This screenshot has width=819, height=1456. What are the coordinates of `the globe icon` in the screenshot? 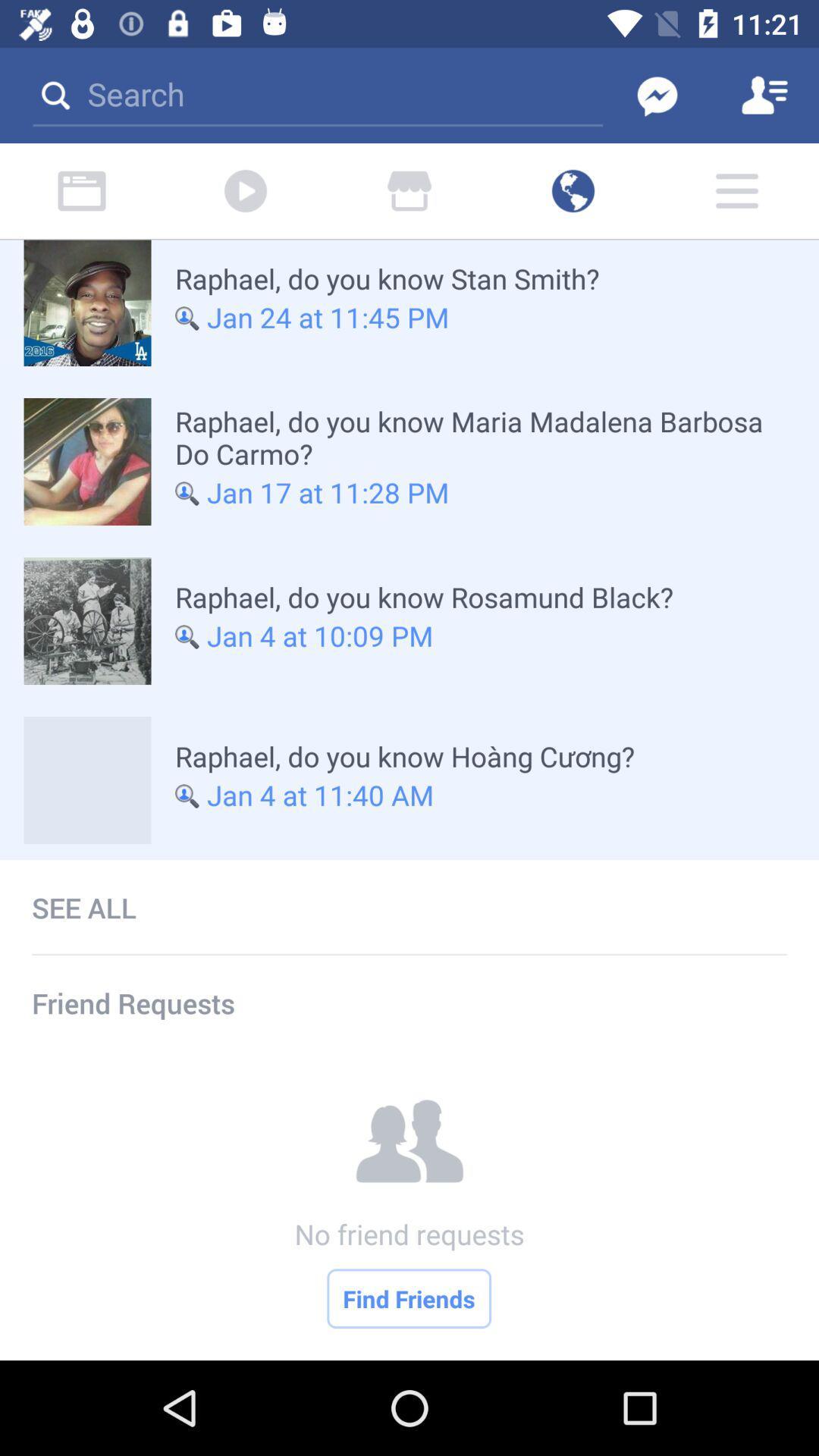 It's located at (573, 190).